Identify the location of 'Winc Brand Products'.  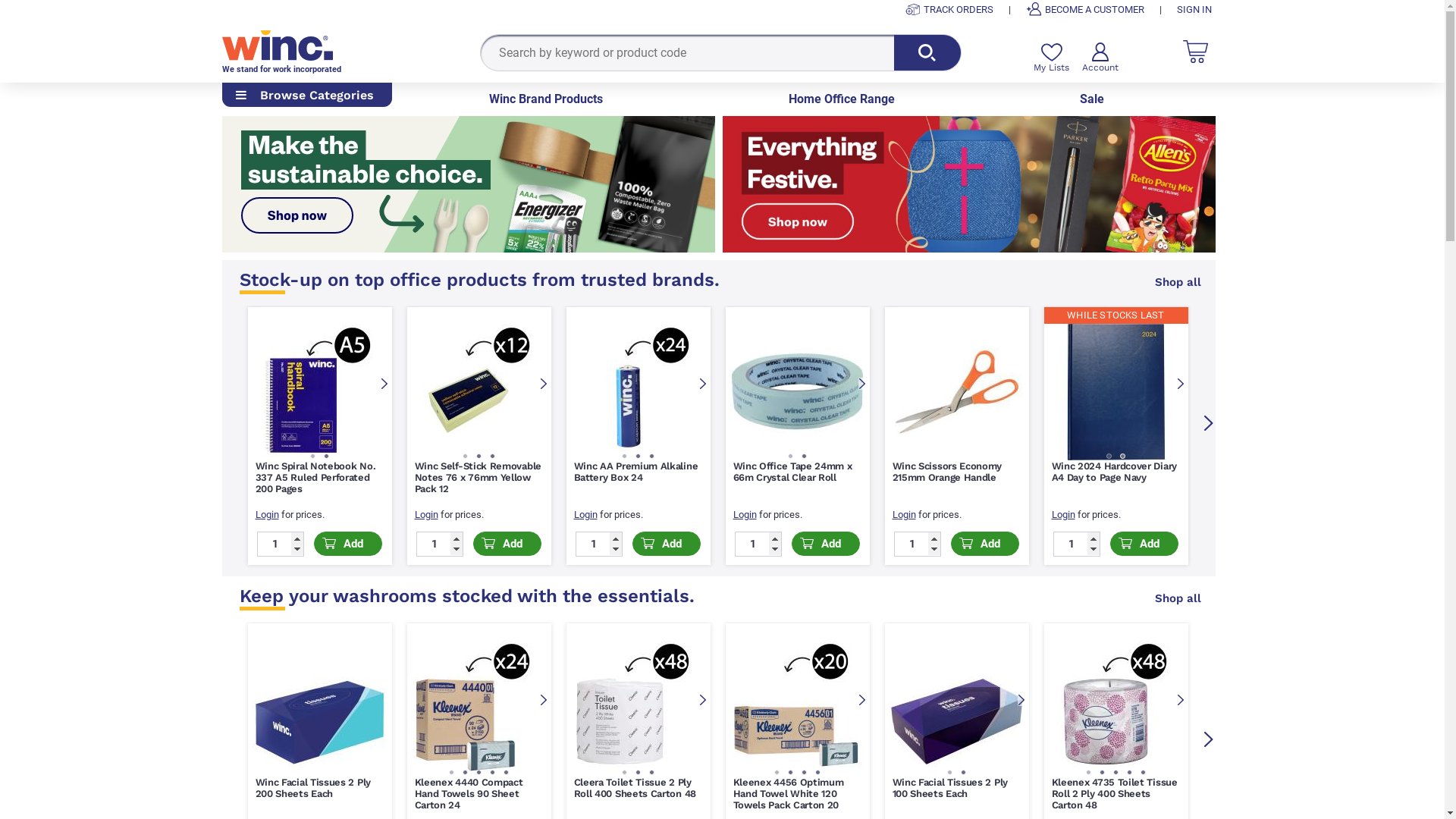
(546, 99).